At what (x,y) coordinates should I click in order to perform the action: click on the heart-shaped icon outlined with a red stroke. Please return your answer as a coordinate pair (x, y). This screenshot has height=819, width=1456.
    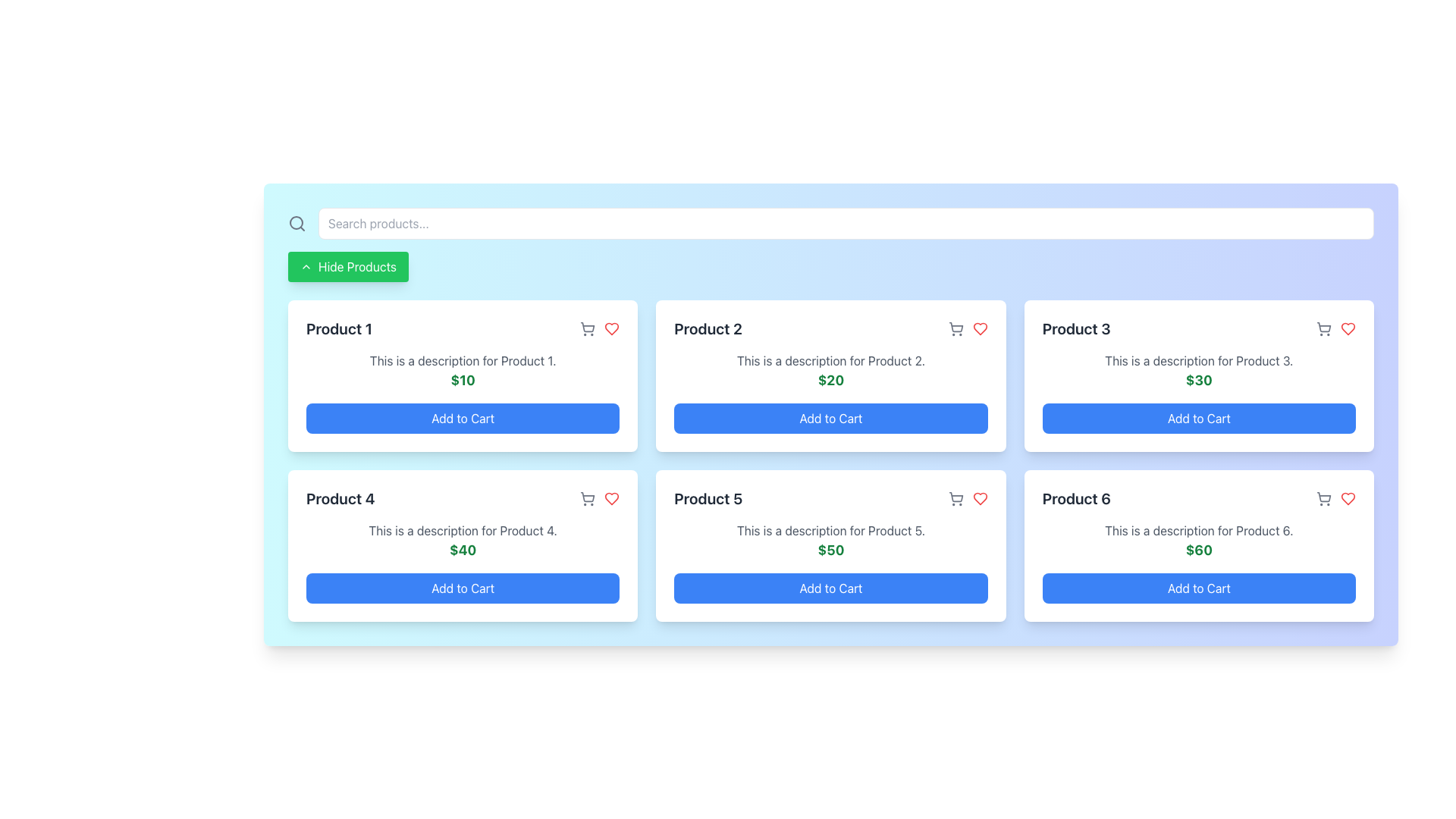
    Looking at the image, I should click on (980, 328).